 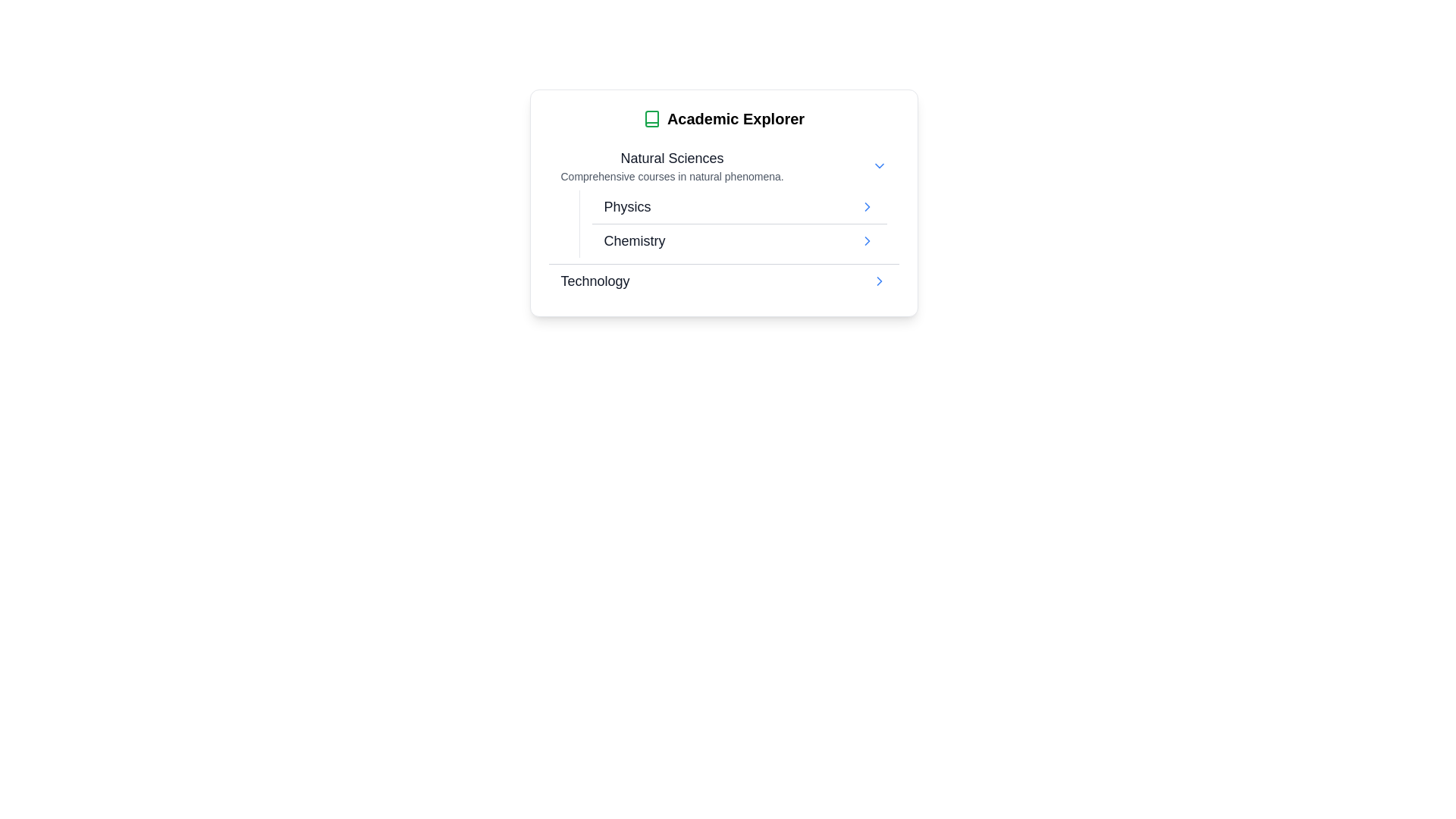 I want to click on the Chemistry text label, which serves as a navigation link or category descriptor within the 'Academic Explorer' card, positioned beneath 'Natural Sciences', so click(x=634, y=240).